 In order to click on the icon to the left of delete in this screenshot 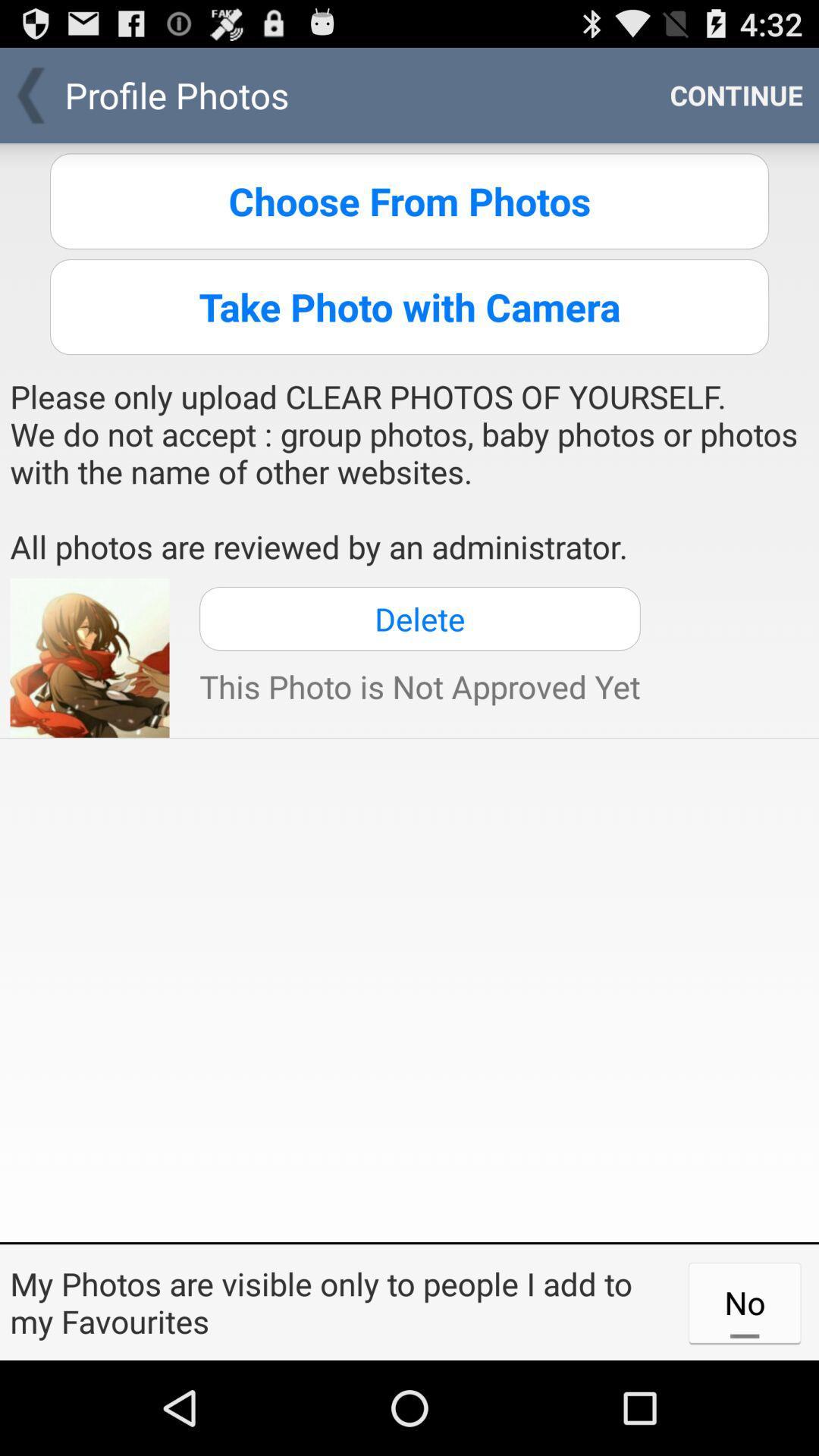, I will do `click(89, 657)`.